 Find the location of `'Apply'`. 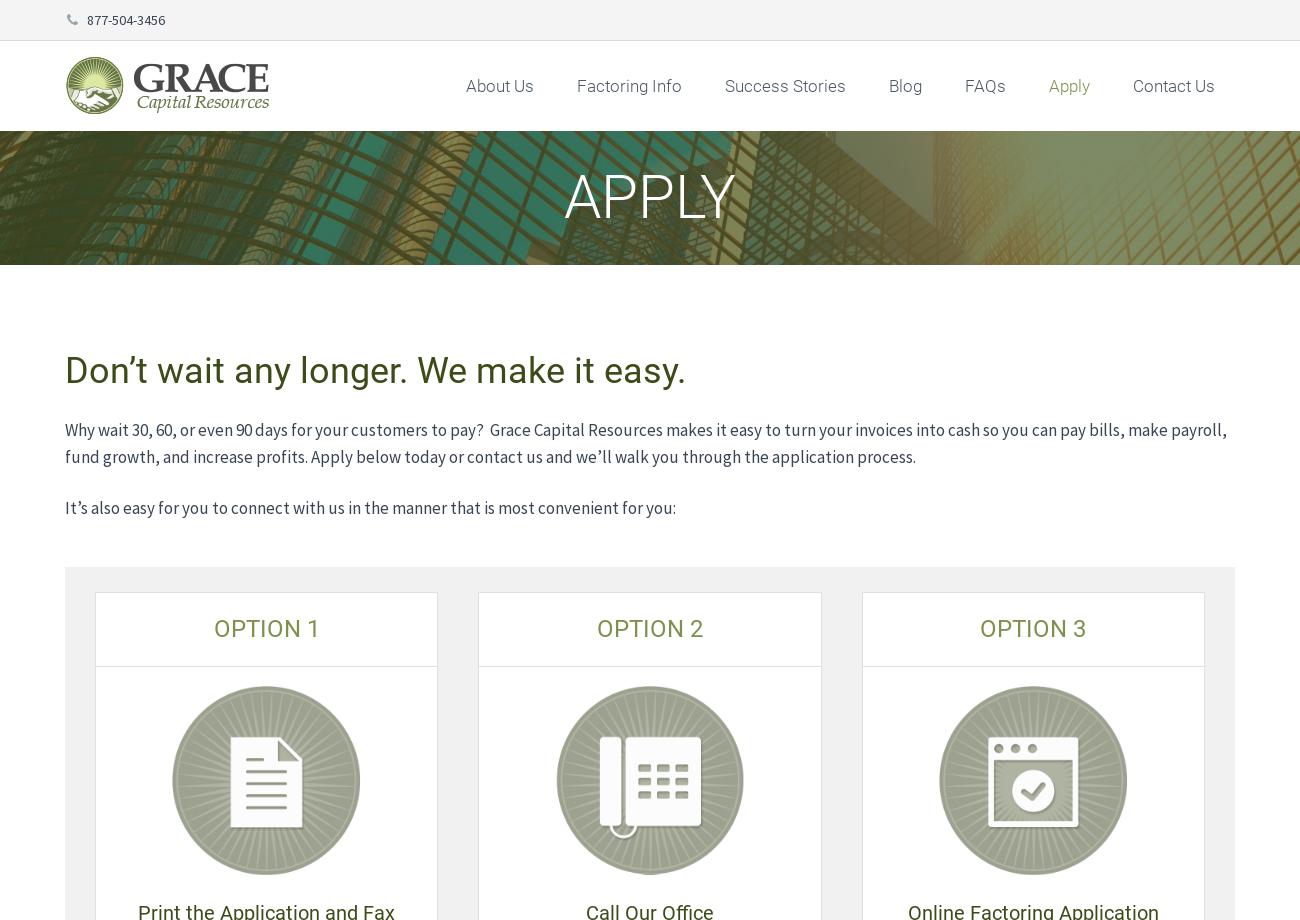

'Apply' is located at coordinates (1069, 86).